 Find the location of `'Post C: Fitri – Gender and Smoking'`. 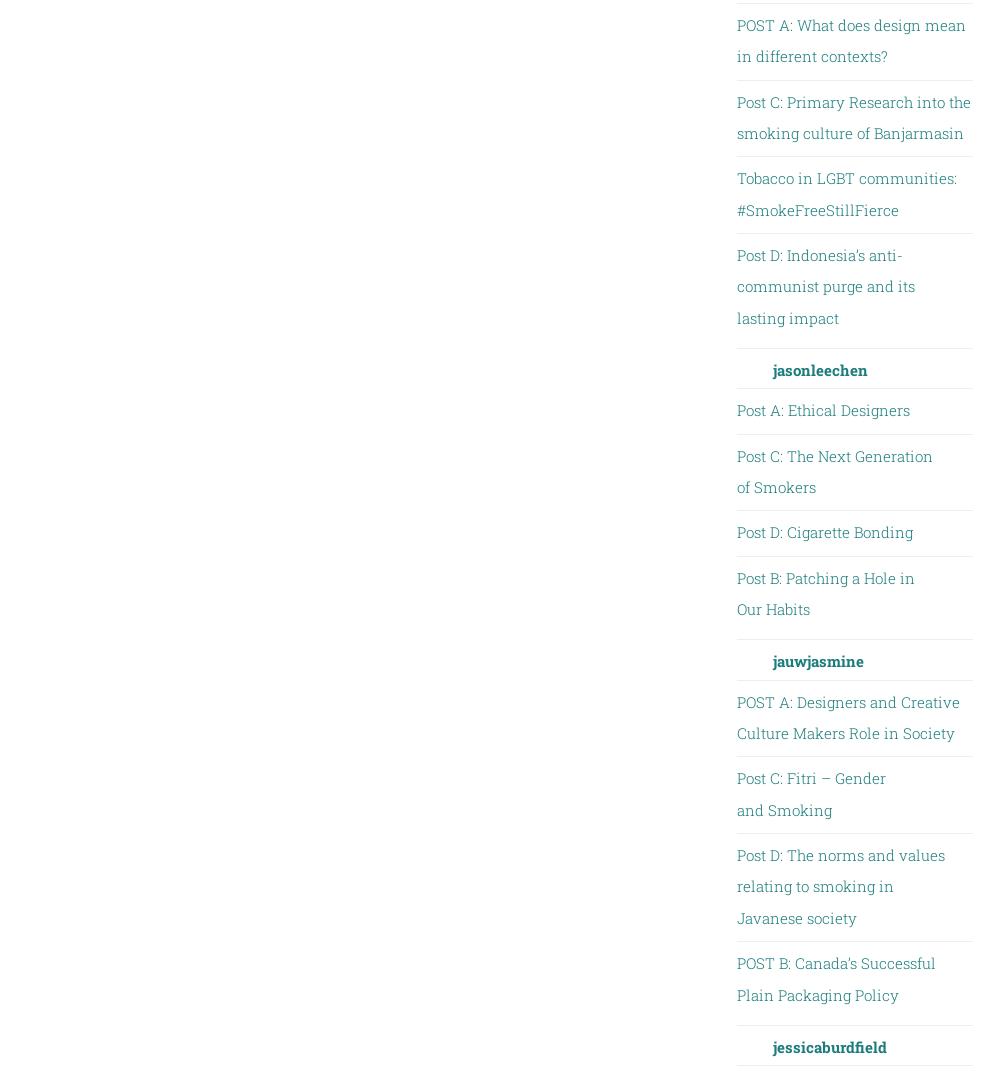

'Post C: Fitri – Gender and Smoking' is located at coordinates (735, 792).